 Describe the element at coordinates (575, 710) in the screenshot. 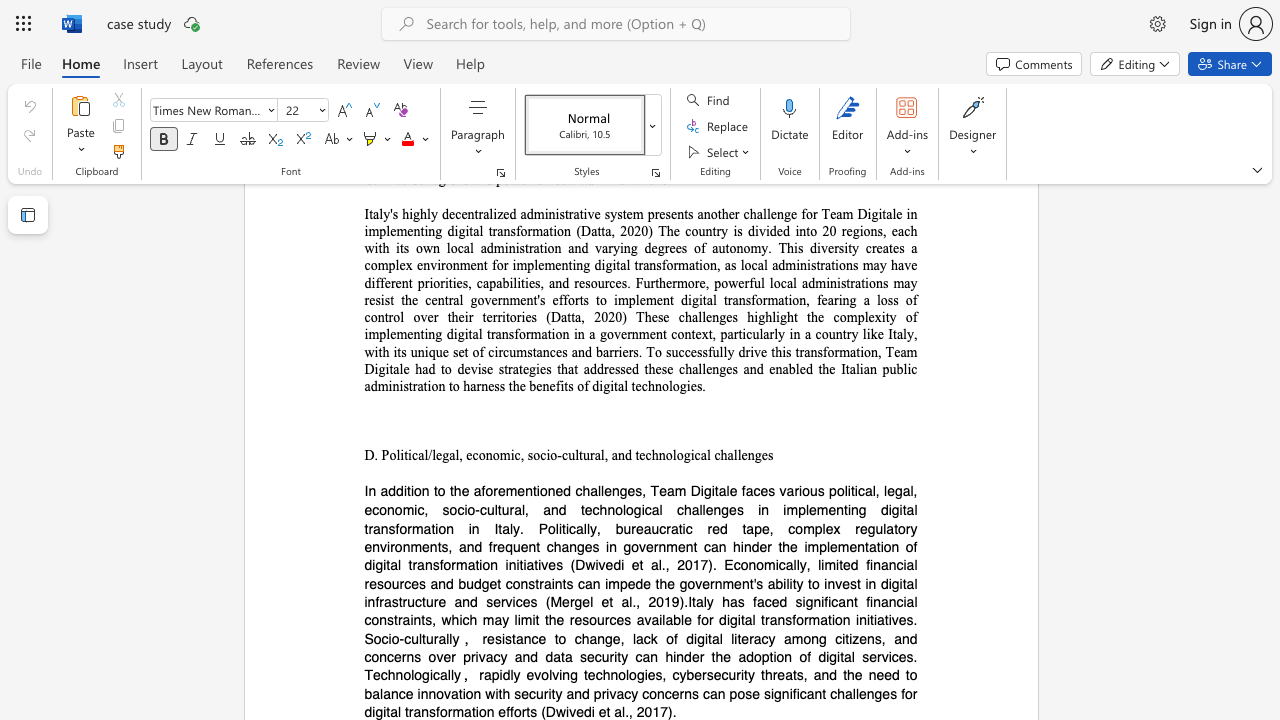

I see `the subset text "edi et al., 2017)" within the text "challenges for digital transformation efforts (Dwivedi et al., 2017)."` at that location.